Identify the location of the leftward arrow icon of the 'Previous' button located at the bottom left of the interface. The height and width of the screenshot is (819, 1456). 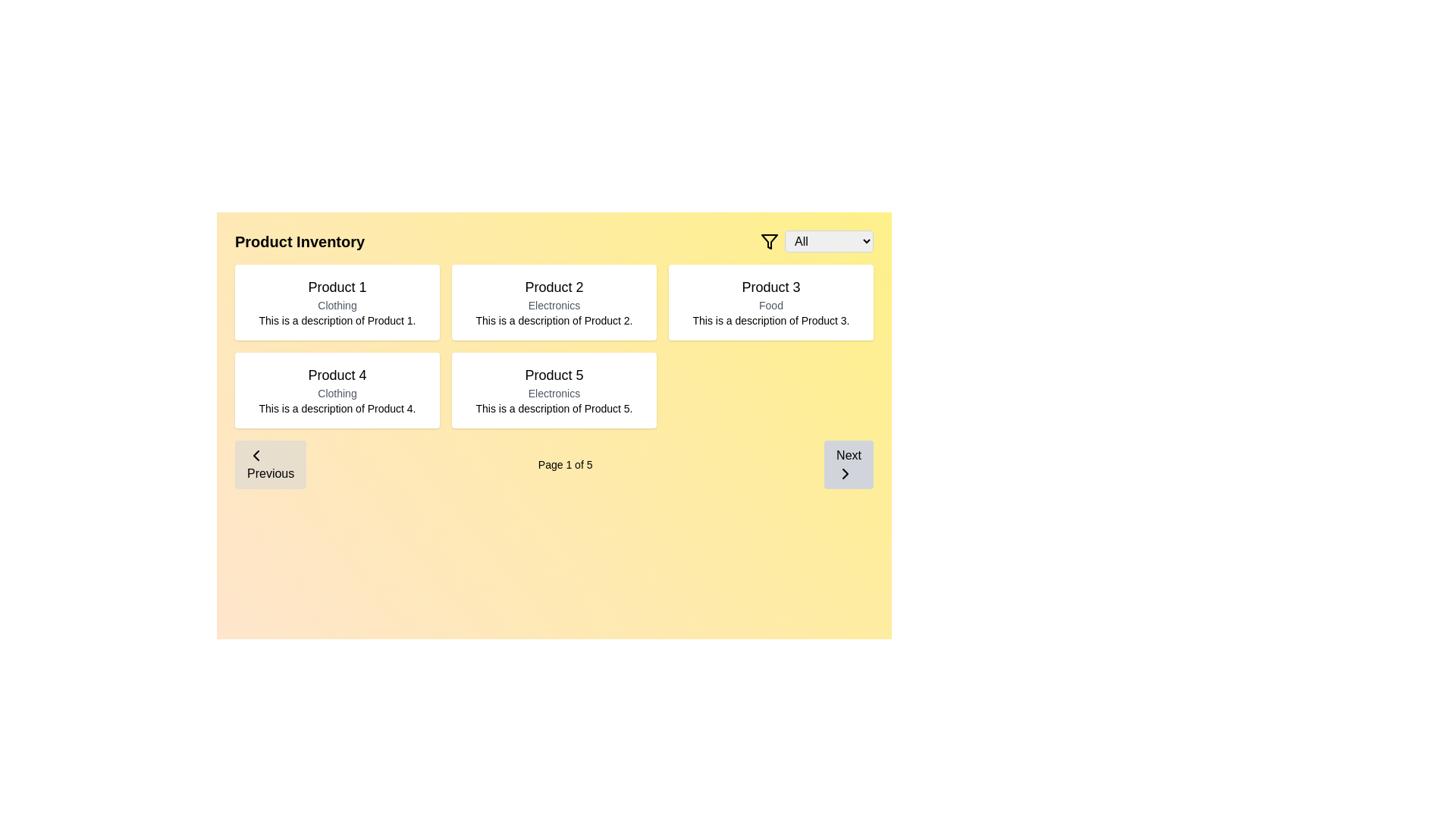
(256, 455).